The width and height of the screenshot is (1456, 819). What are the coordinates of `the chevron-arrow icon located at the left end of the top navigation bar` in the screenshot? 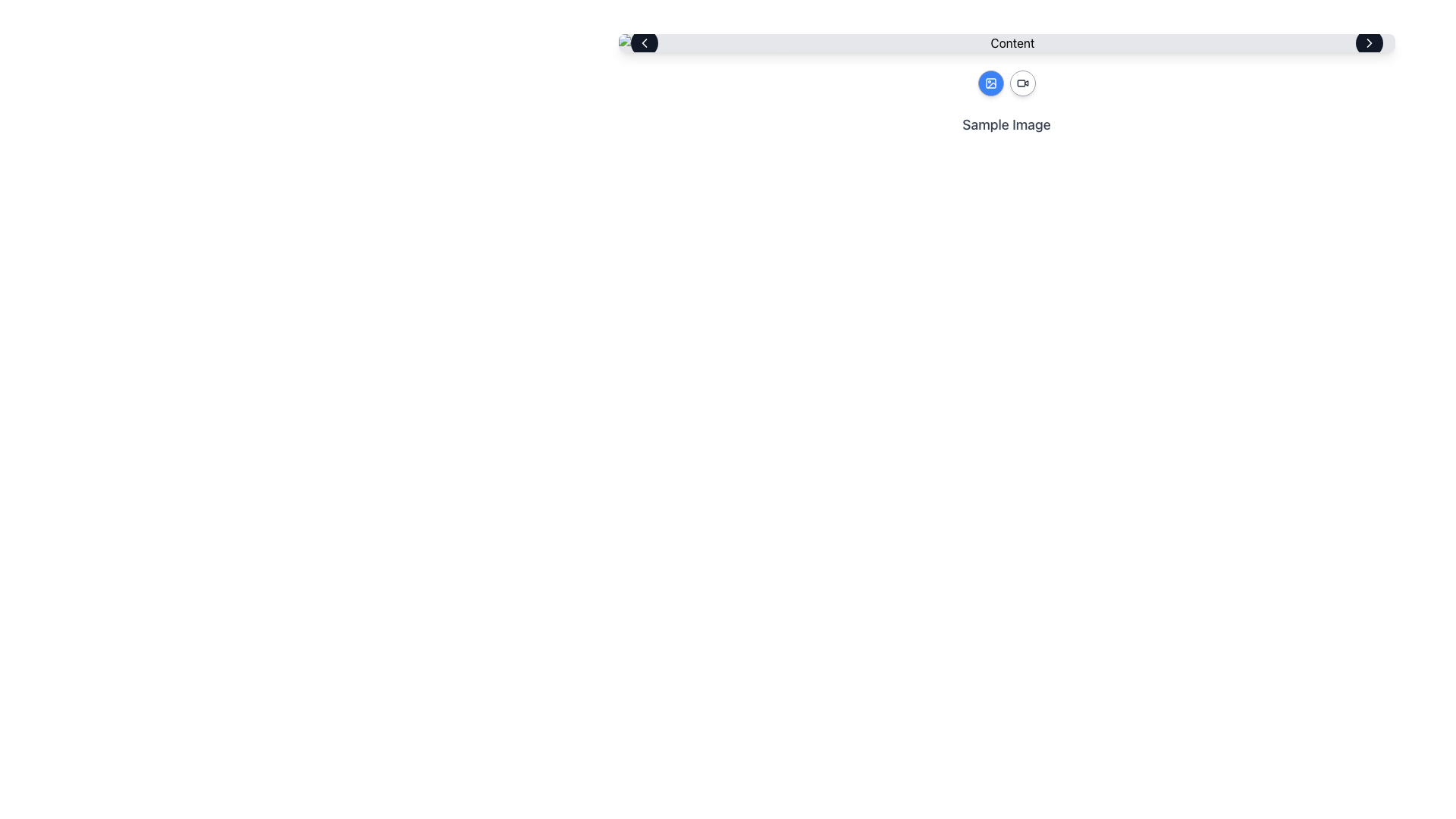 It's located at (644, 42).